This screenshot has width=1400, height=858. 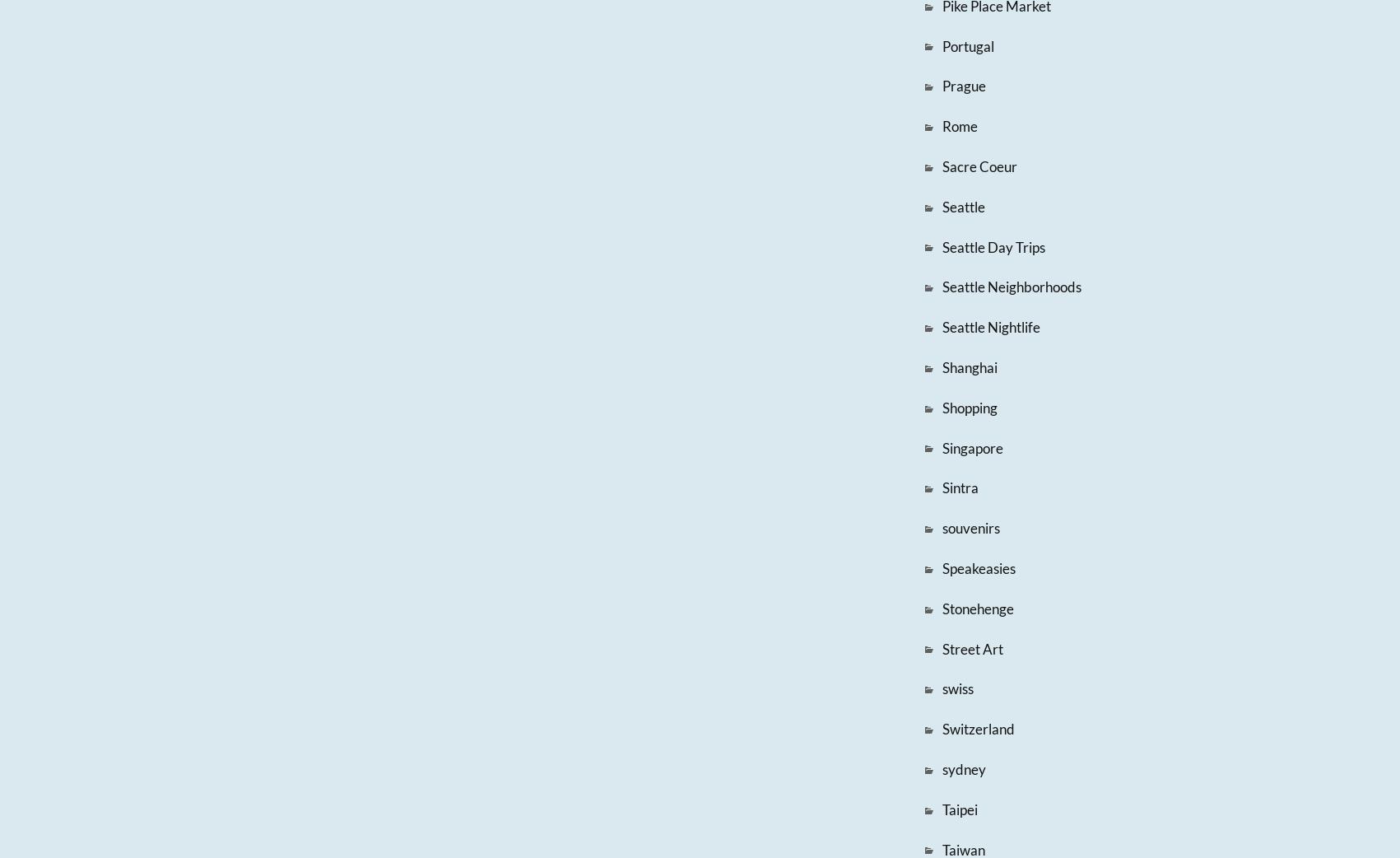 What do you see at coordinates (958, 809) in the screenshot?
I see `'Taipei'` at bounding box center [958, 809].